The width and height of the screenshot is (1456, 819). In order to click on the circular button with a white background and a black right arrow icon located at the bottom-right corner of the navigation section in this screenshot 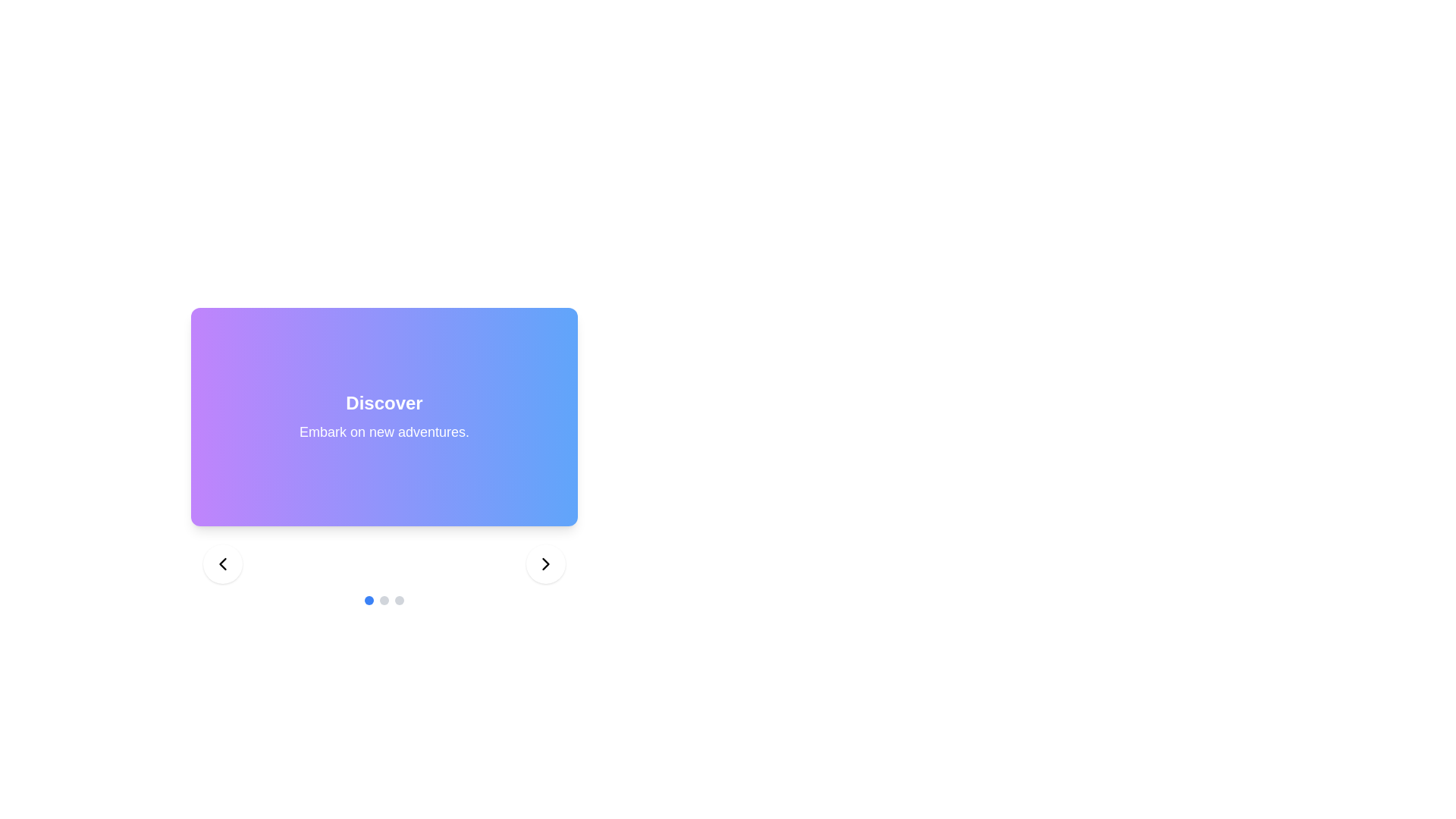, I will do `click(546, 564)`.